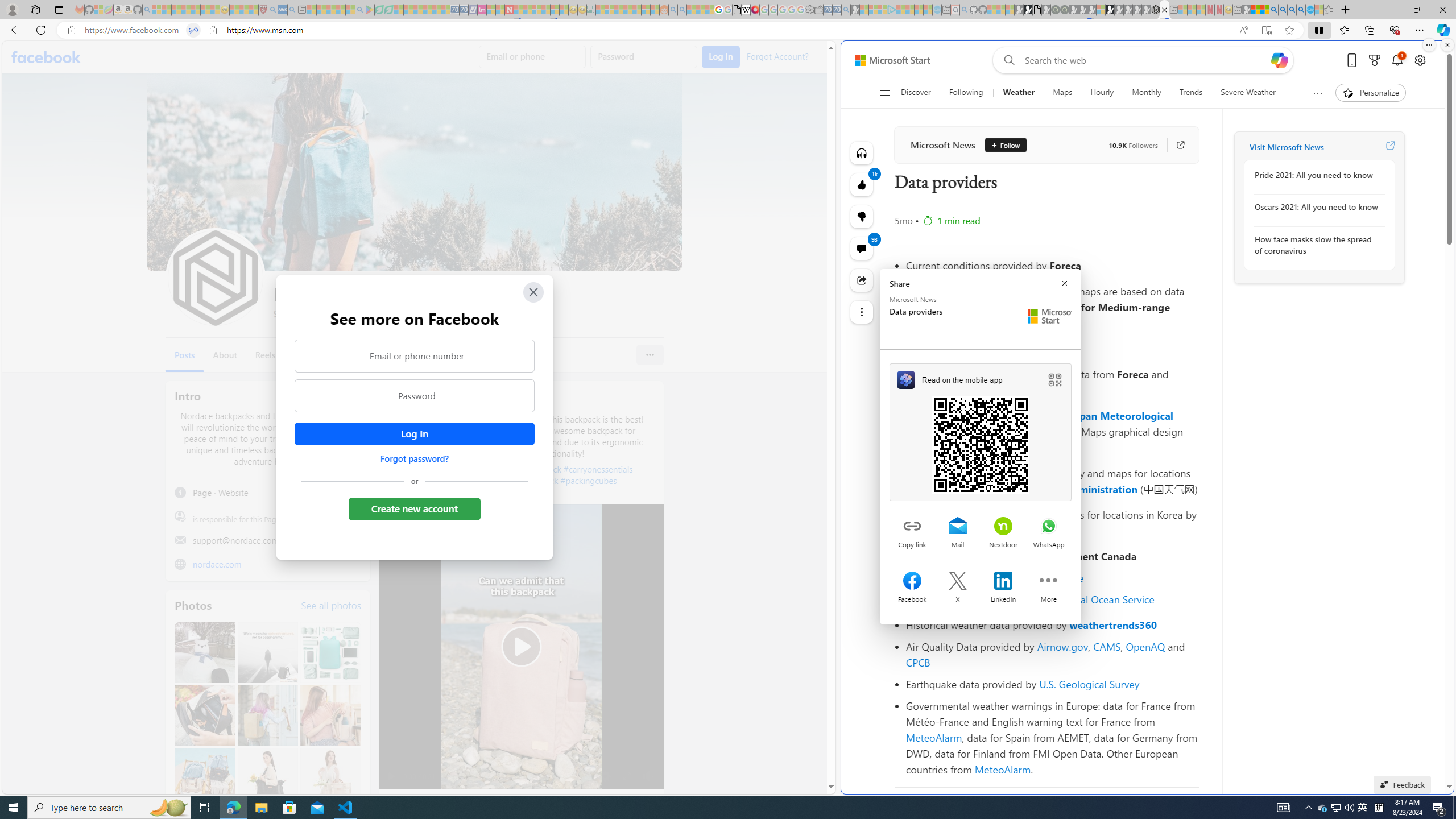  Describe the element at coordinates (1247, 92) in the screenshot. I see `'Severe Weather'` at that location.